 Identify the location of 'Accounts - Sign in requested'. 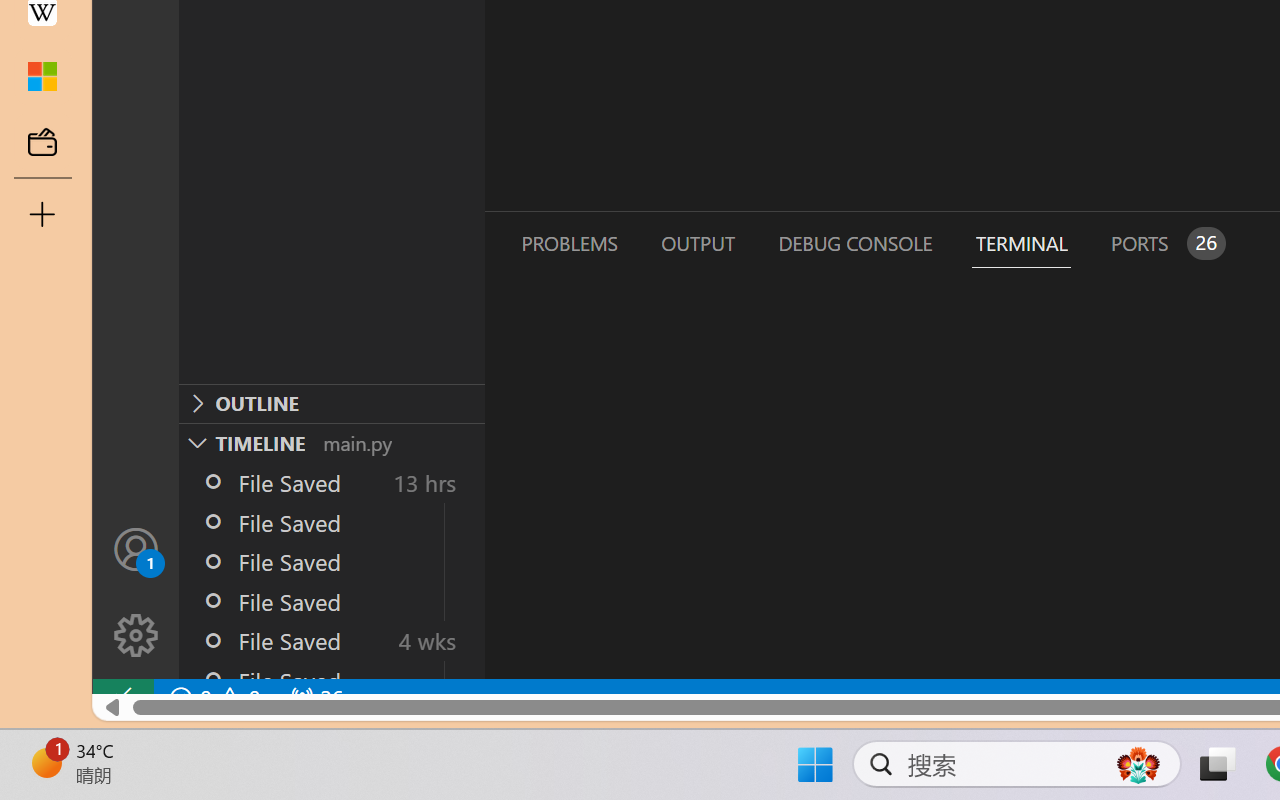
(134, 548).